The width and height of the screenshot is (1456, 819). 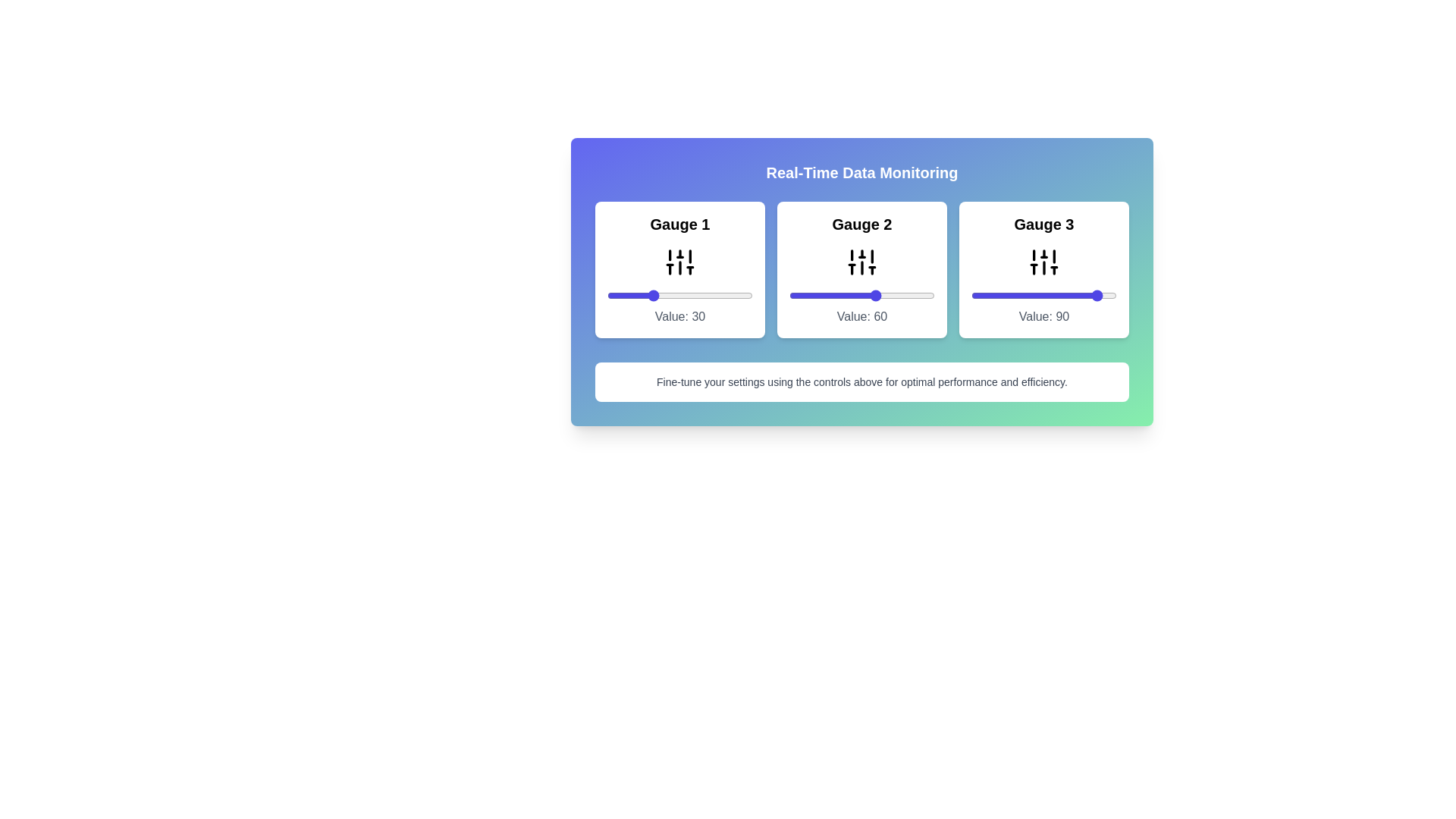 I want to click on the slider located near the bottom center of the 'Gauge 1' box, so click(x=679, y=295).